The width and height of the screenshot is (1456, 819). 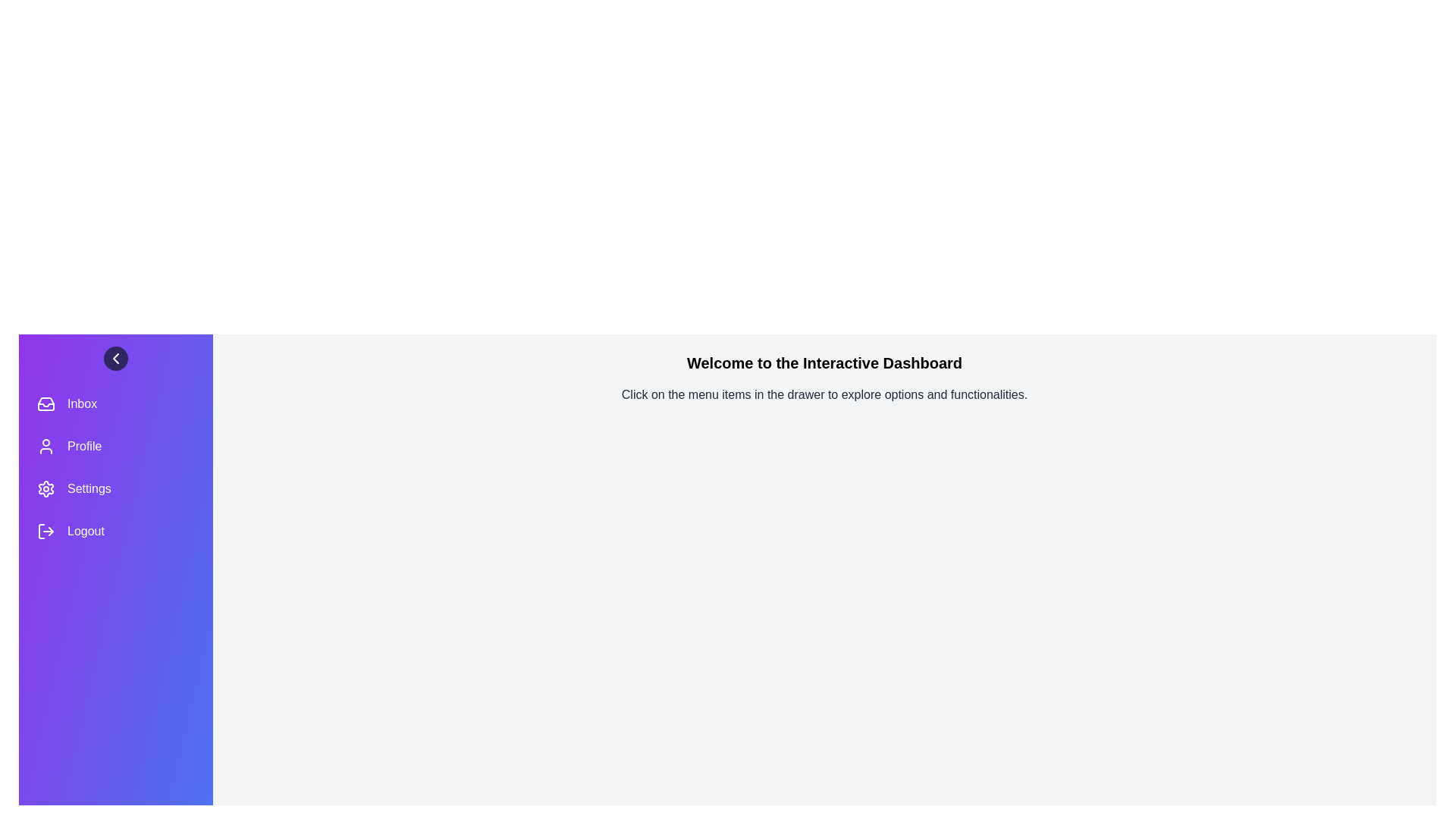 I want to click on the menu item labeled Profile to trigger its associated action, so click(x=115, y=446).